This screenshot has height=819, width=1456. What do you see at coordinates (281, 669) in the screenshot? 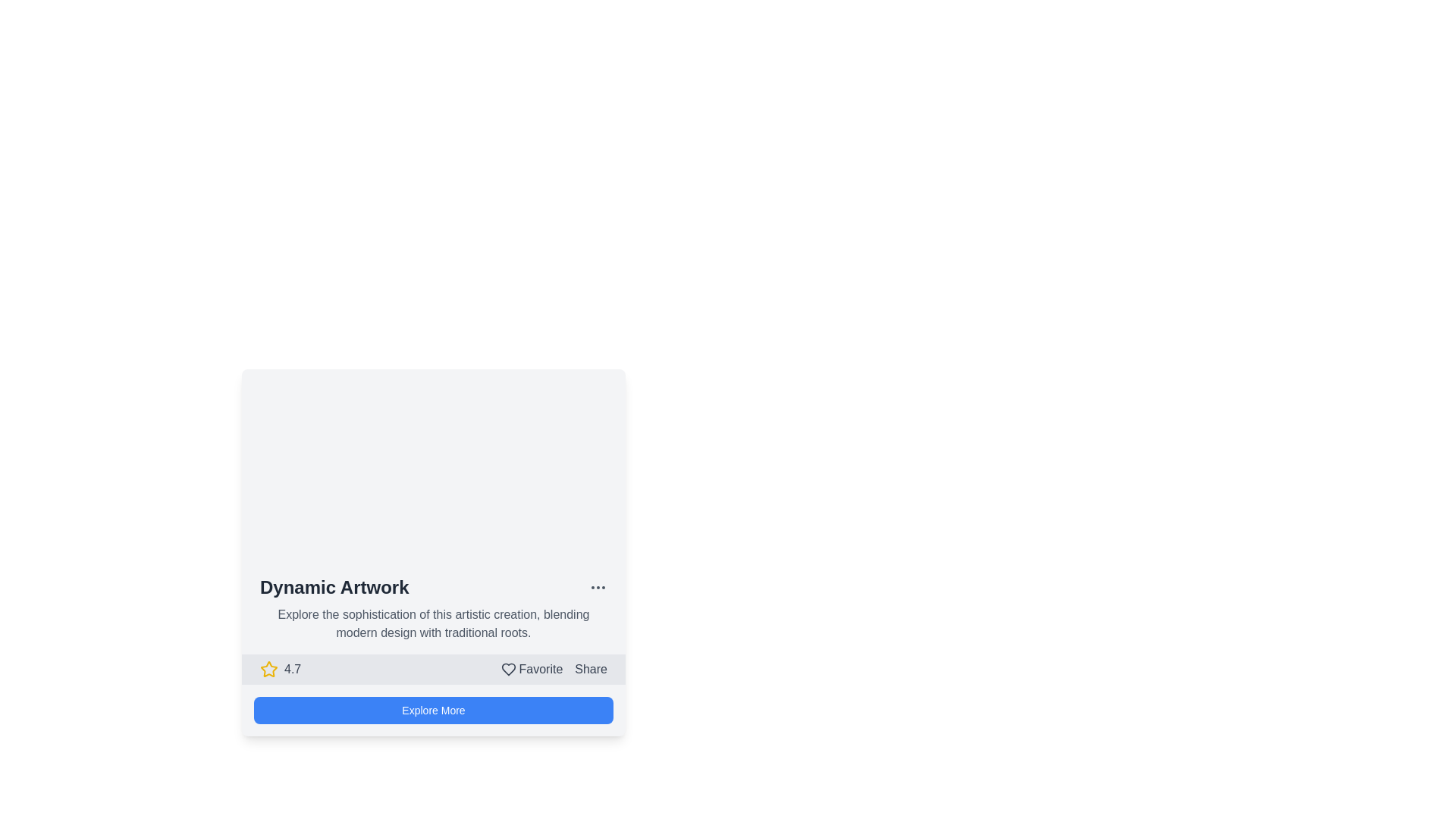
I see `the Rating Display element, which consists of a yellow star icon and the text '4.7', positioned at the bottom of a card-like component, to the left of the 'Favorite' and 'Share' actions` at bounding box center [281, 669].